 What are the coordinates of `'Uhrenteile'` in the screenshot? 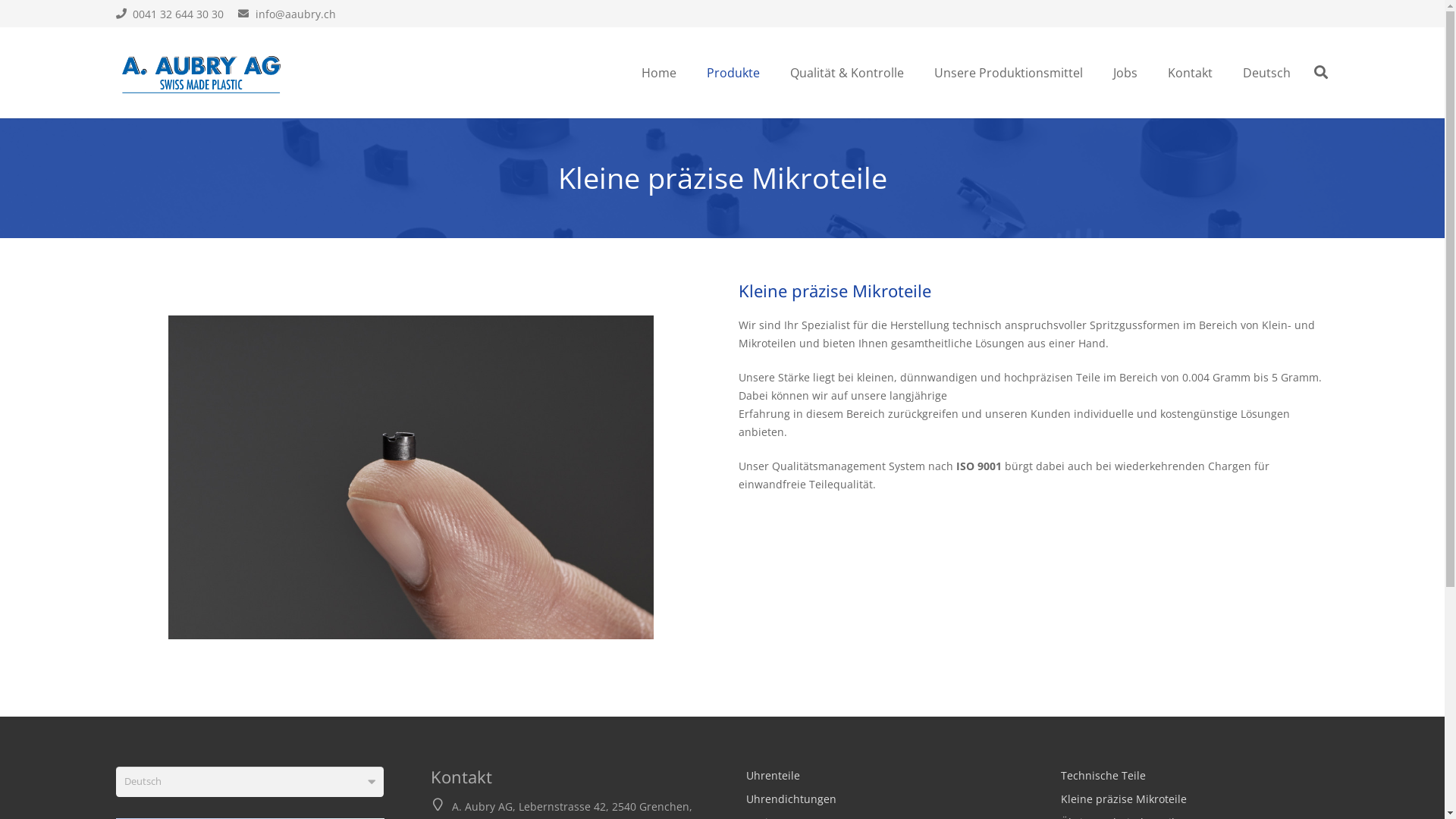 It's located at (773, 775).